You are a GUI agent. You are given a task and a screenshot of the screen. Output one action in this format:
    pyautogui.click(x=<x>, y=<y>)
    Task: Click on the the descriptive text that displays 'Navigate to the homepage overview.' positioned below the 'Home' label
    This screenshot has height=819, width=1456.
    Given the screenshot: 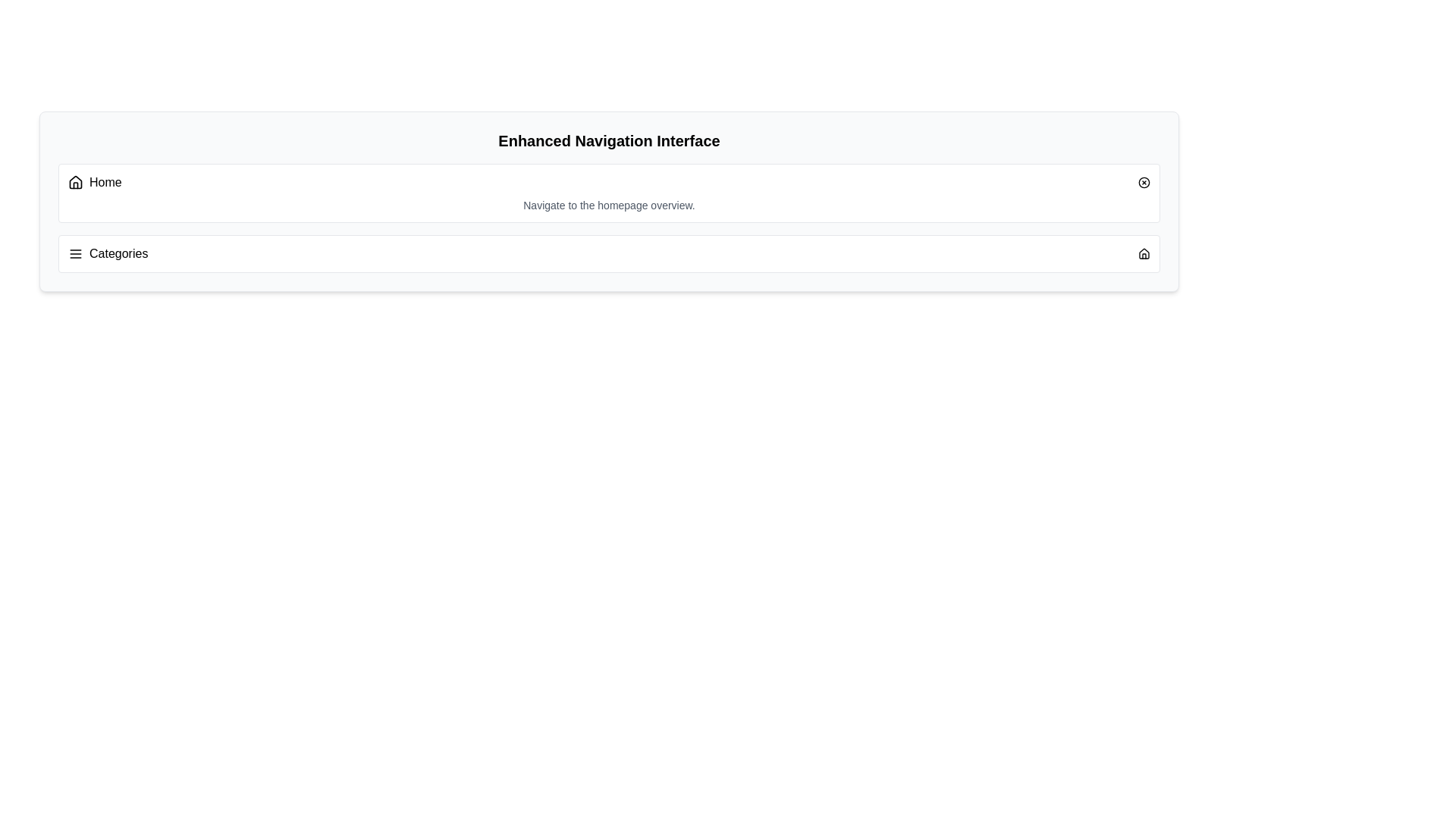 What is the action you would take?
    pyautogui.click(x=609, y=205)
    